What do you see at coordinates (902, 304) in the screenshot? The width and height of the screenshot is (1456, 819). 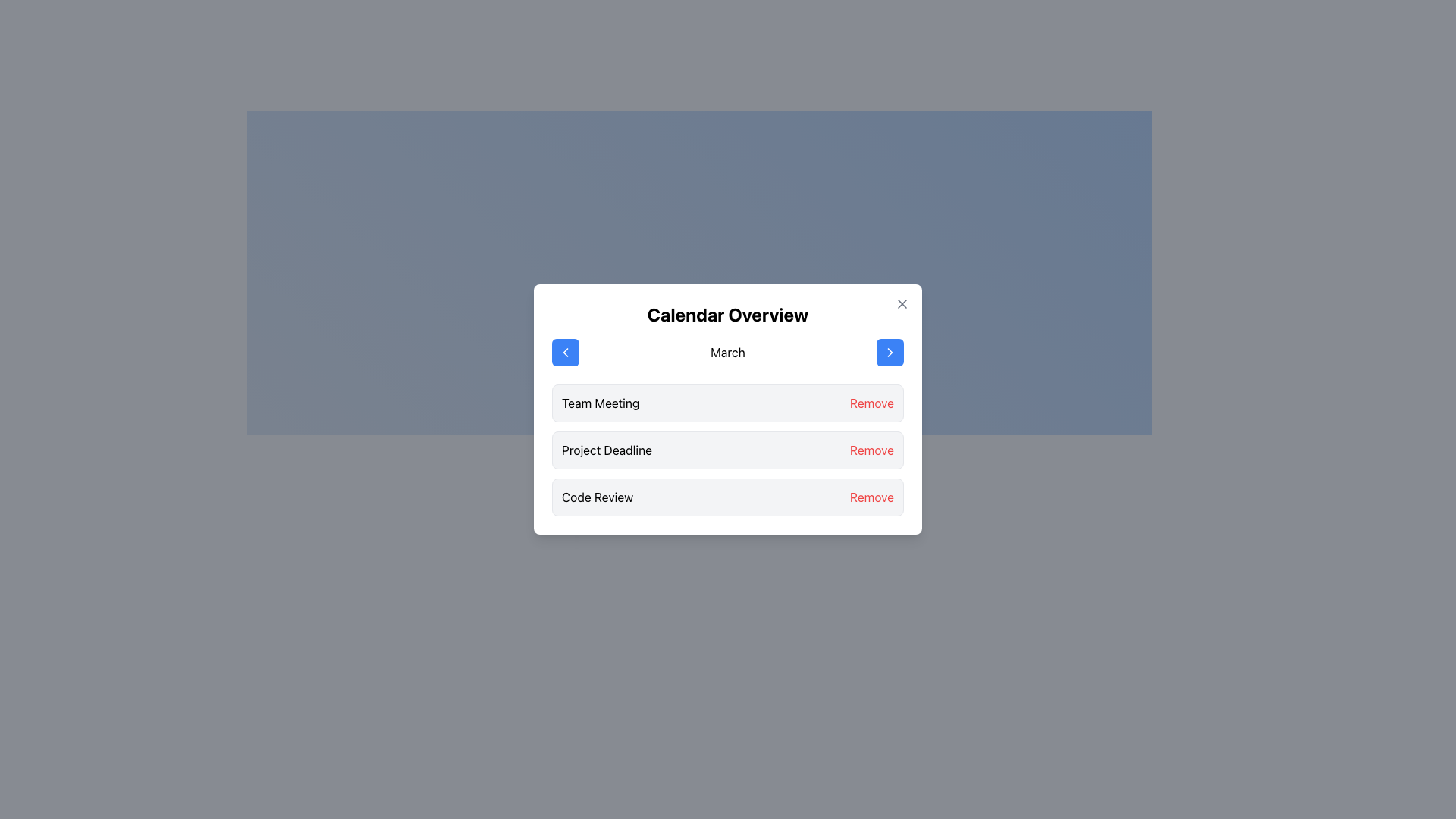 I see `the close button styled as an 'X' in the top-right corner of the pop-up panel to change its color to red` at bounding box center [902, 304].